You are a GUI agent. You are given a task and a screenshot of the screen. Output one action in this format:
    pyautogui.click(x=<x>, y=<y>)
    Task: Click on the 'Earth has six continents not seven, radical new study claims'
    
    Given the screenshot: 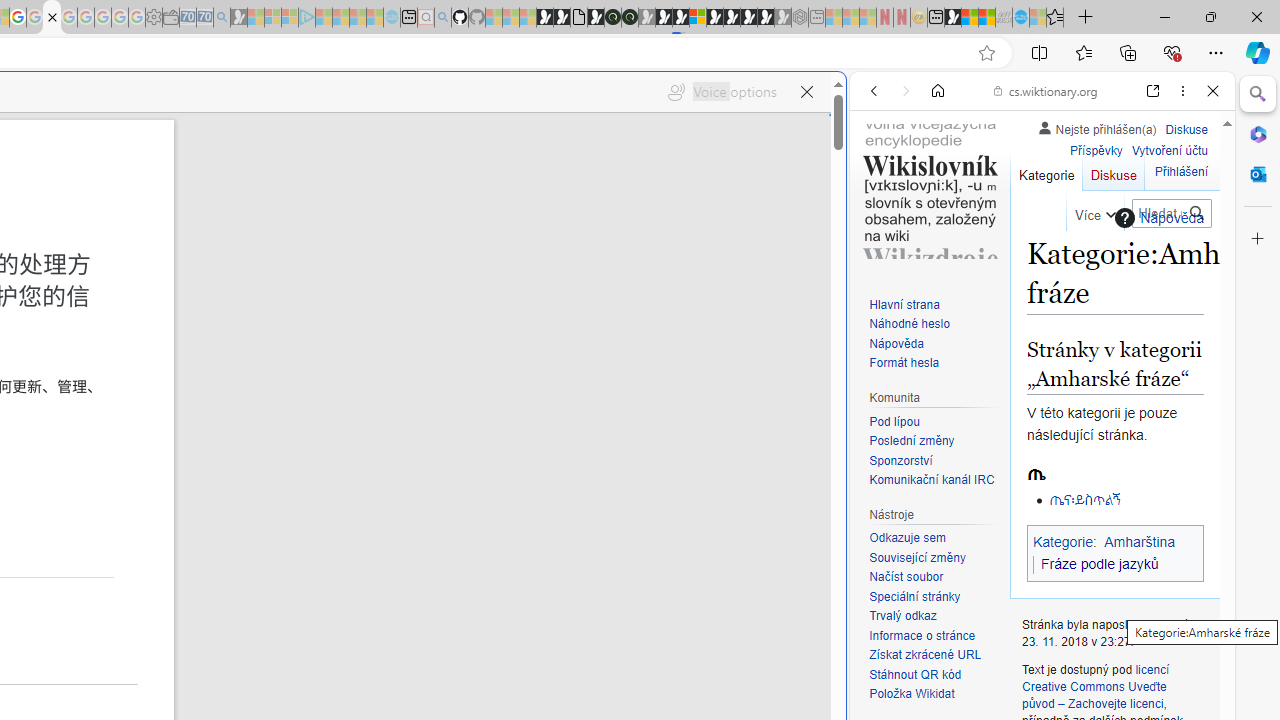 What is the action you would take?
    pyautogui.click(x=986, y=17)
    